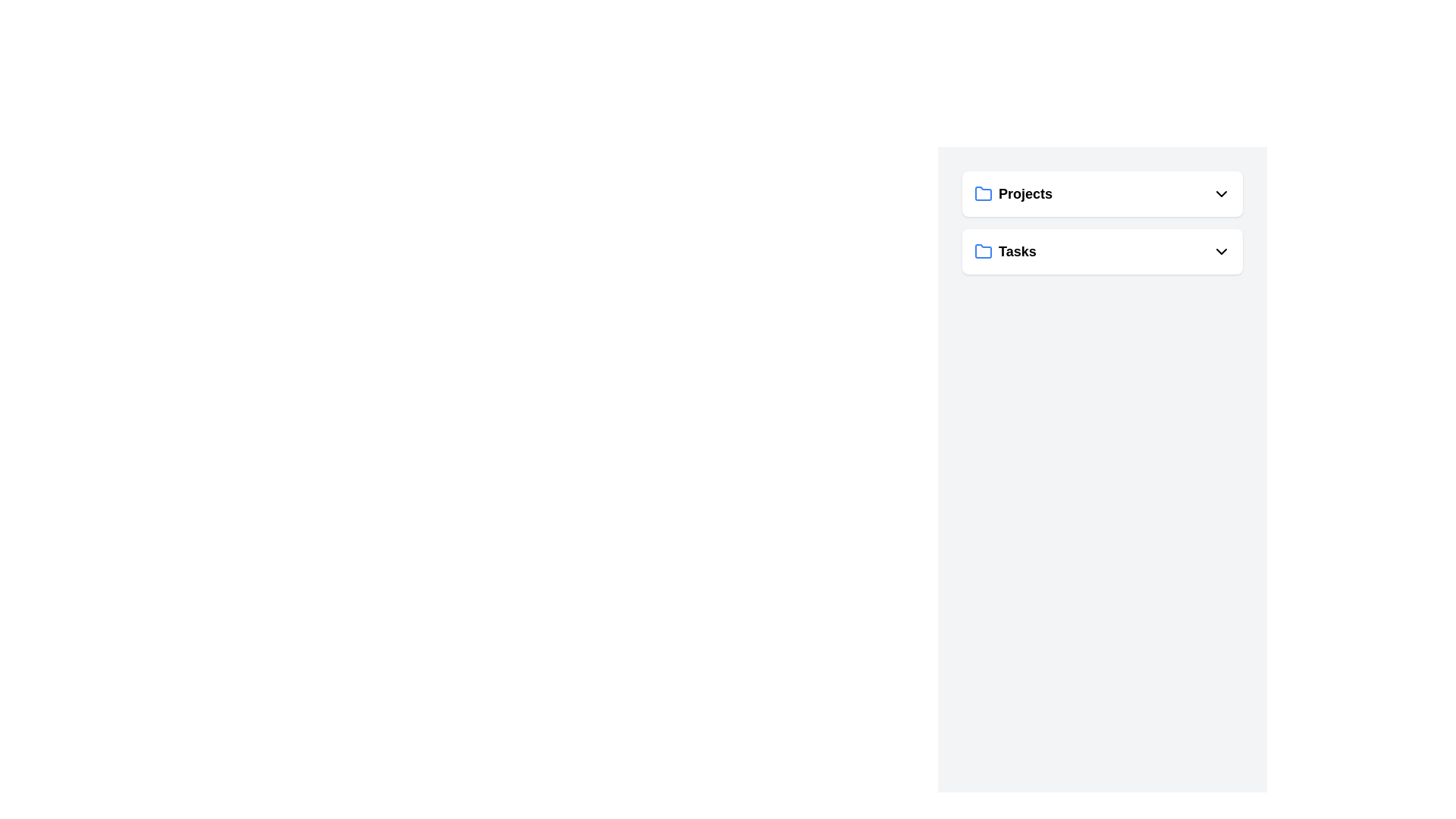  What do you see at coordinates (983, 193) in the screenshot?
I see `the decorative folder SVG icon representing the 'Projects' section, located to the left of the text 'Projects'` at bounding box center [983, 193].